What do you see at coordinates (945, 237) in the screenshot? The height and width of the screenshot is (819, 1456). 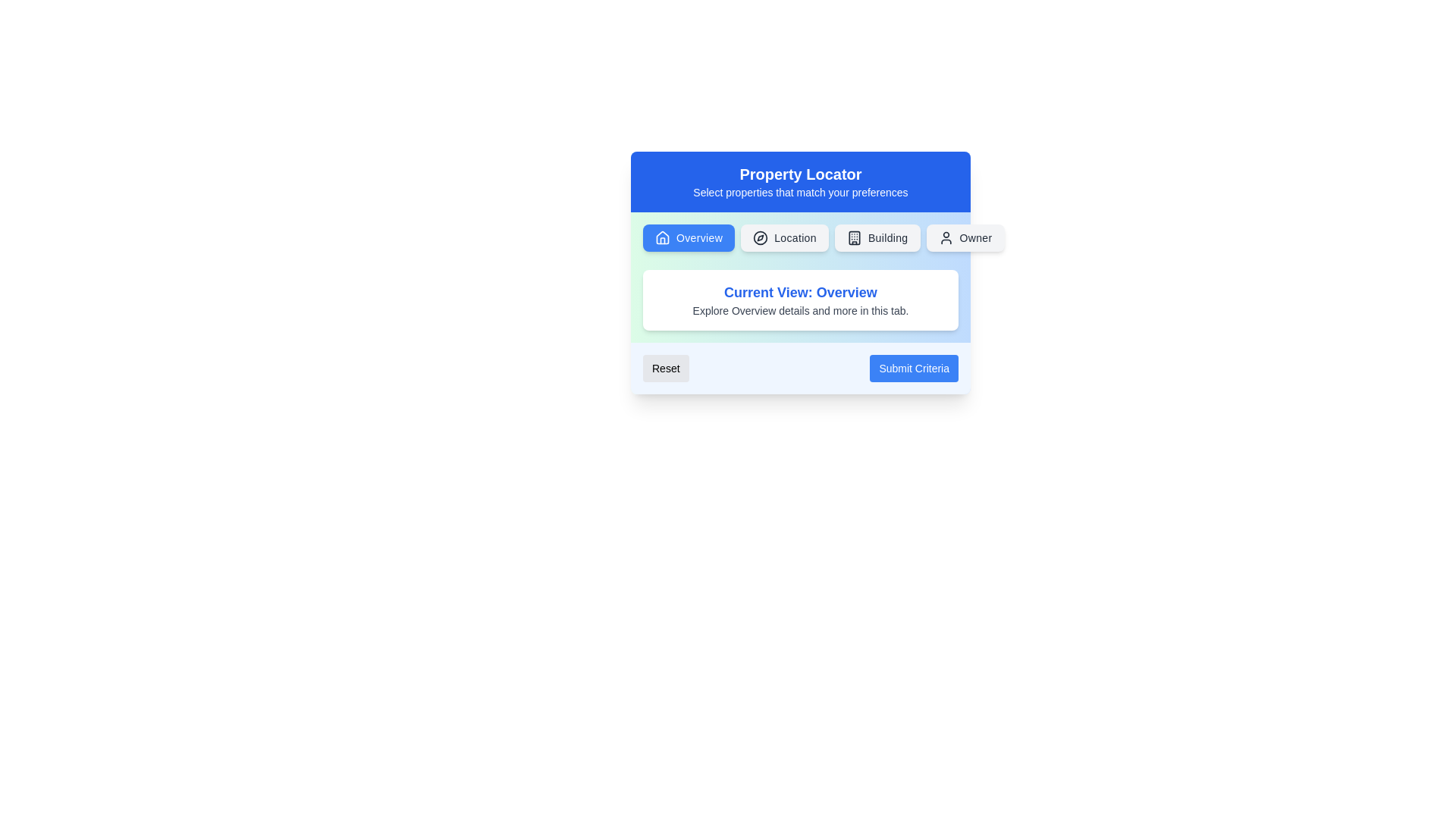 I see `the icon located to the left of the 'Owner' button, which visually represents the context of the button and helps users quickly identify its purpose` at bounding box center [945, 237].